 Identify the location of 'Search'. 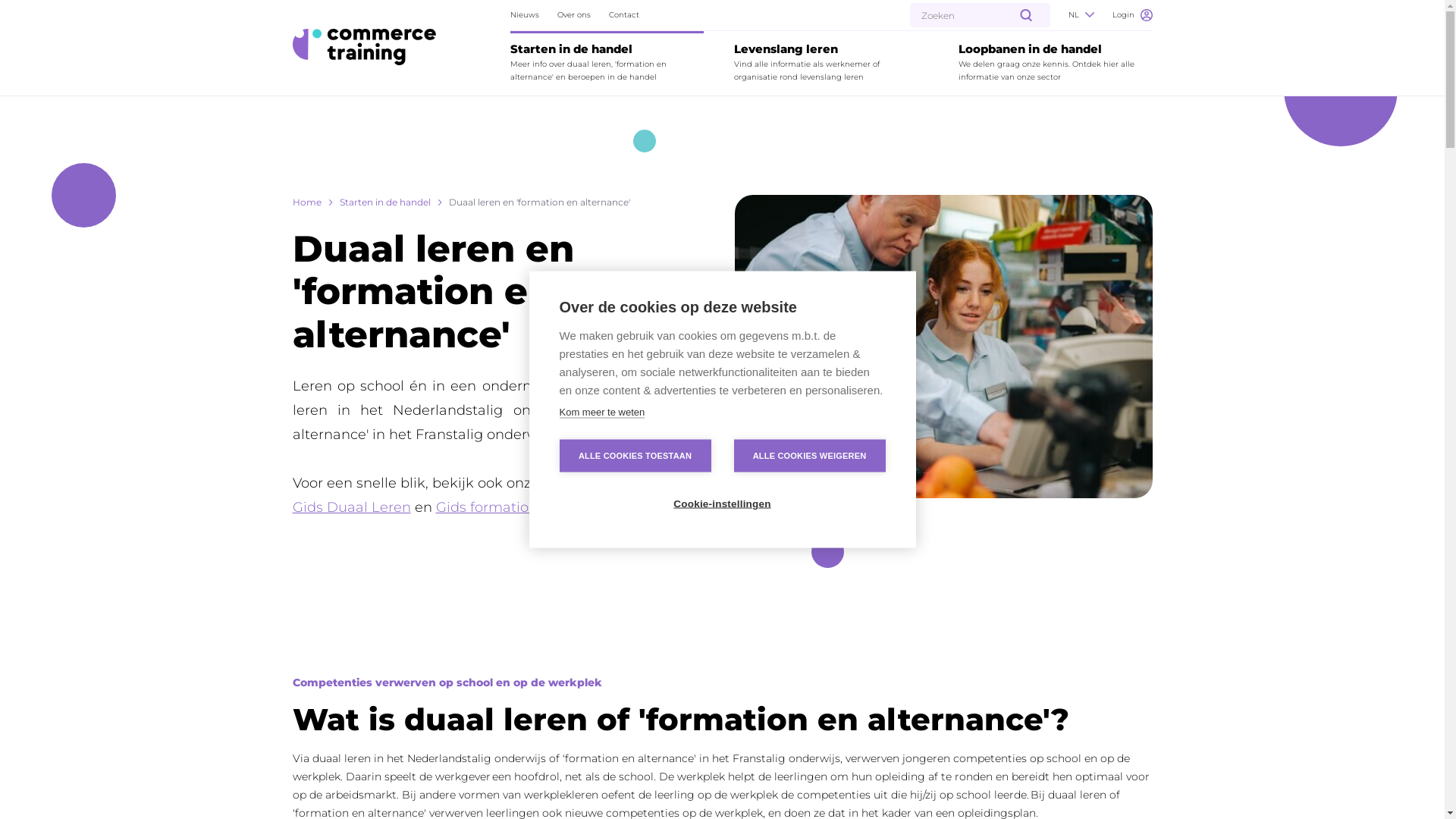
(39, 17).